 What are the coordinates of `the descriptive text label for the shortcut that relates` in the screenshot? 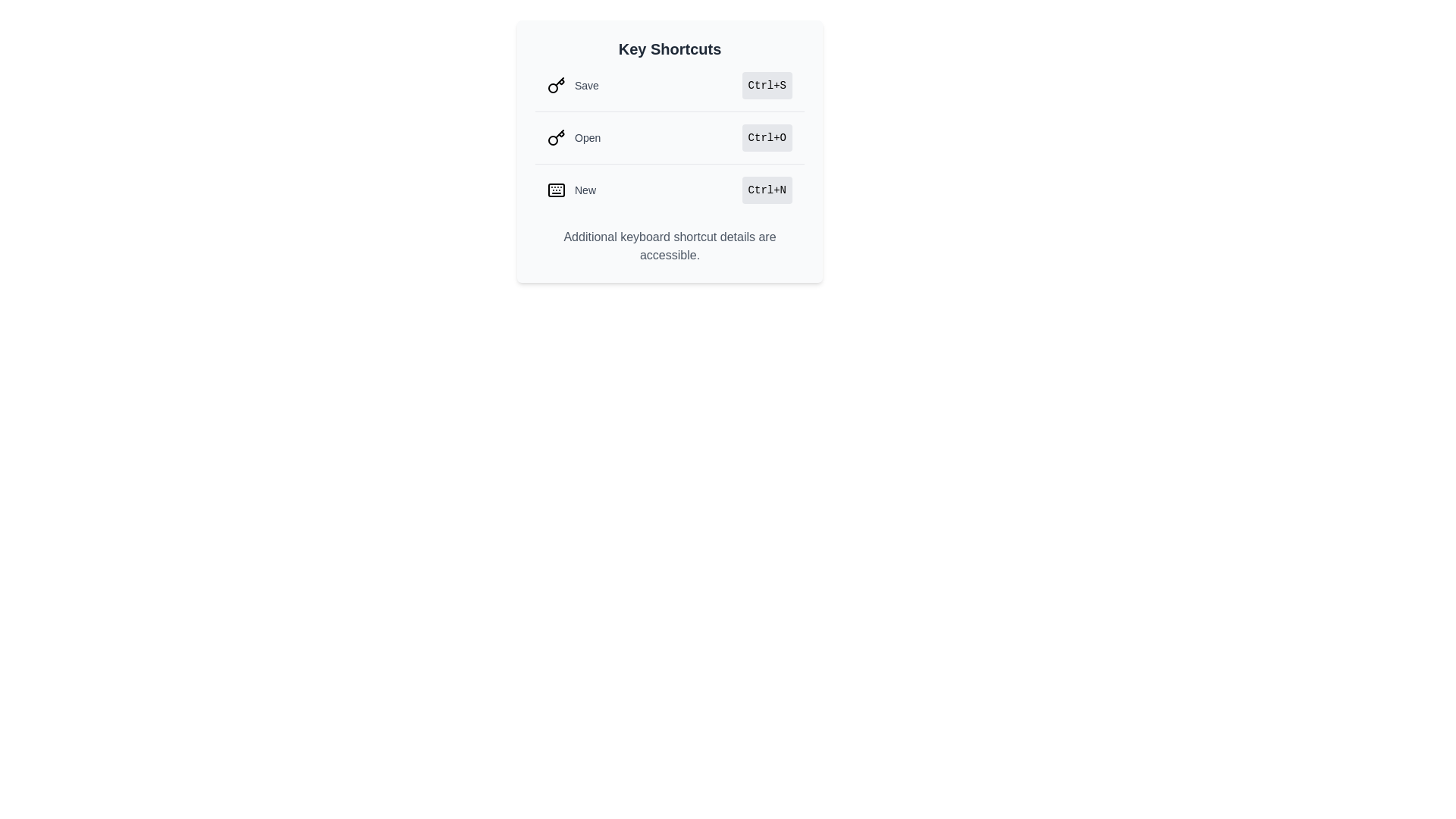 It's located at (587, 137).